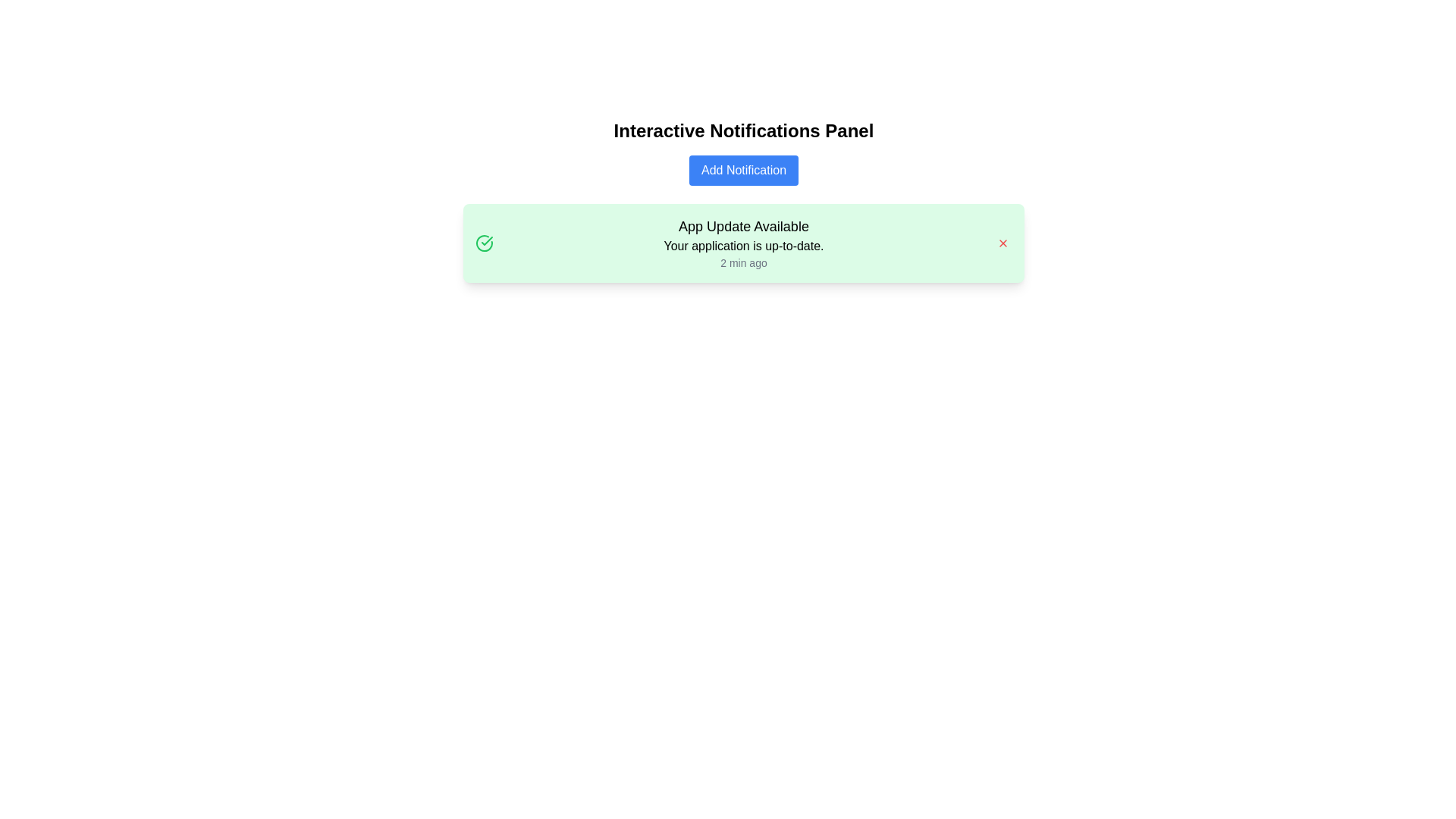 The height and width of the screenshot is (819, 1456). Describe the element at coordinates (1003, 242) in the screenshot. I see `the Close Button icon located at the top-right corner of the green notification box` at that location.